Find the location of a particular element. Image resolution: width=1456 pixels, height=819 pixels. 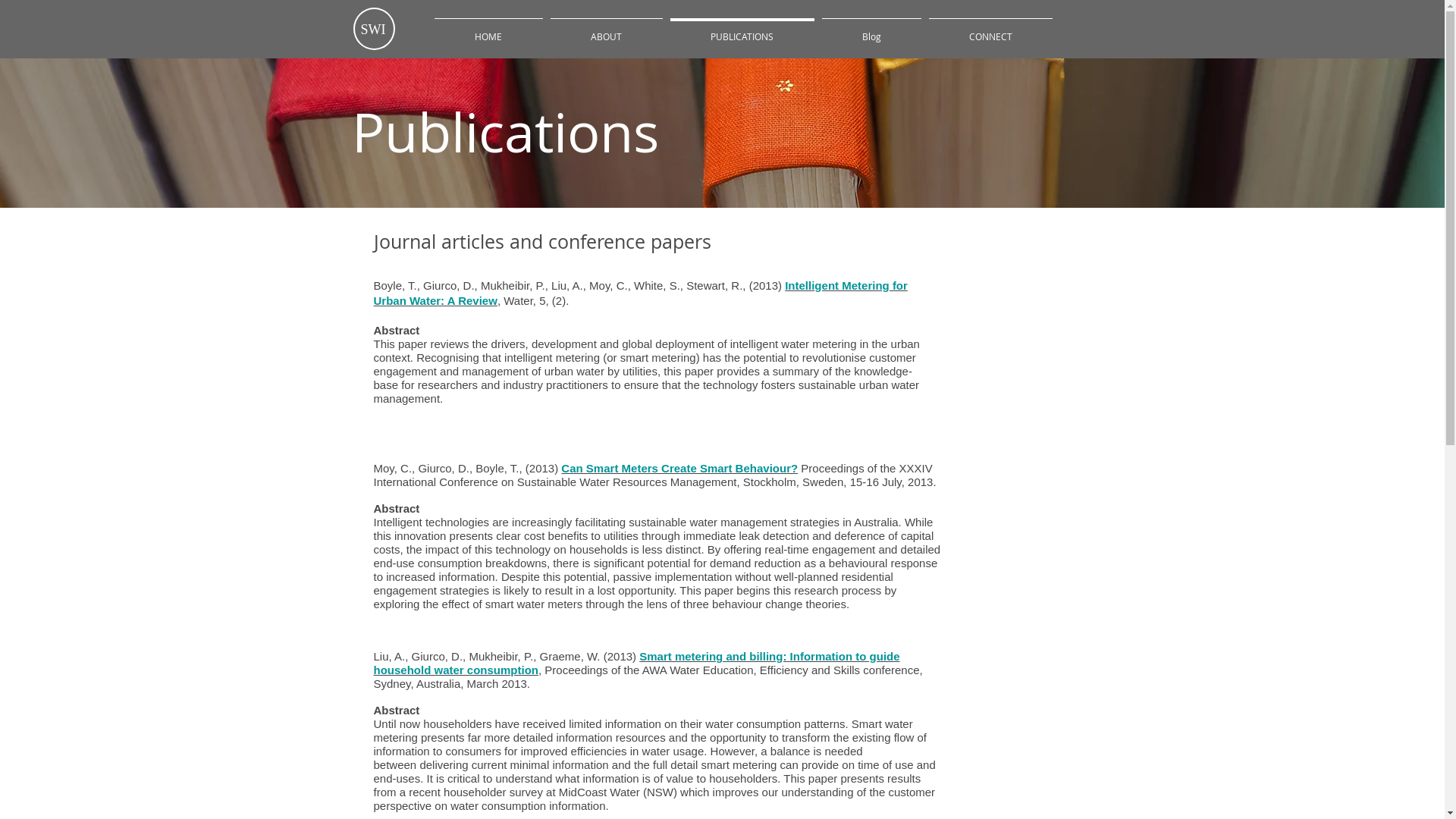

'HOME' is located at coordinates (488, 30).